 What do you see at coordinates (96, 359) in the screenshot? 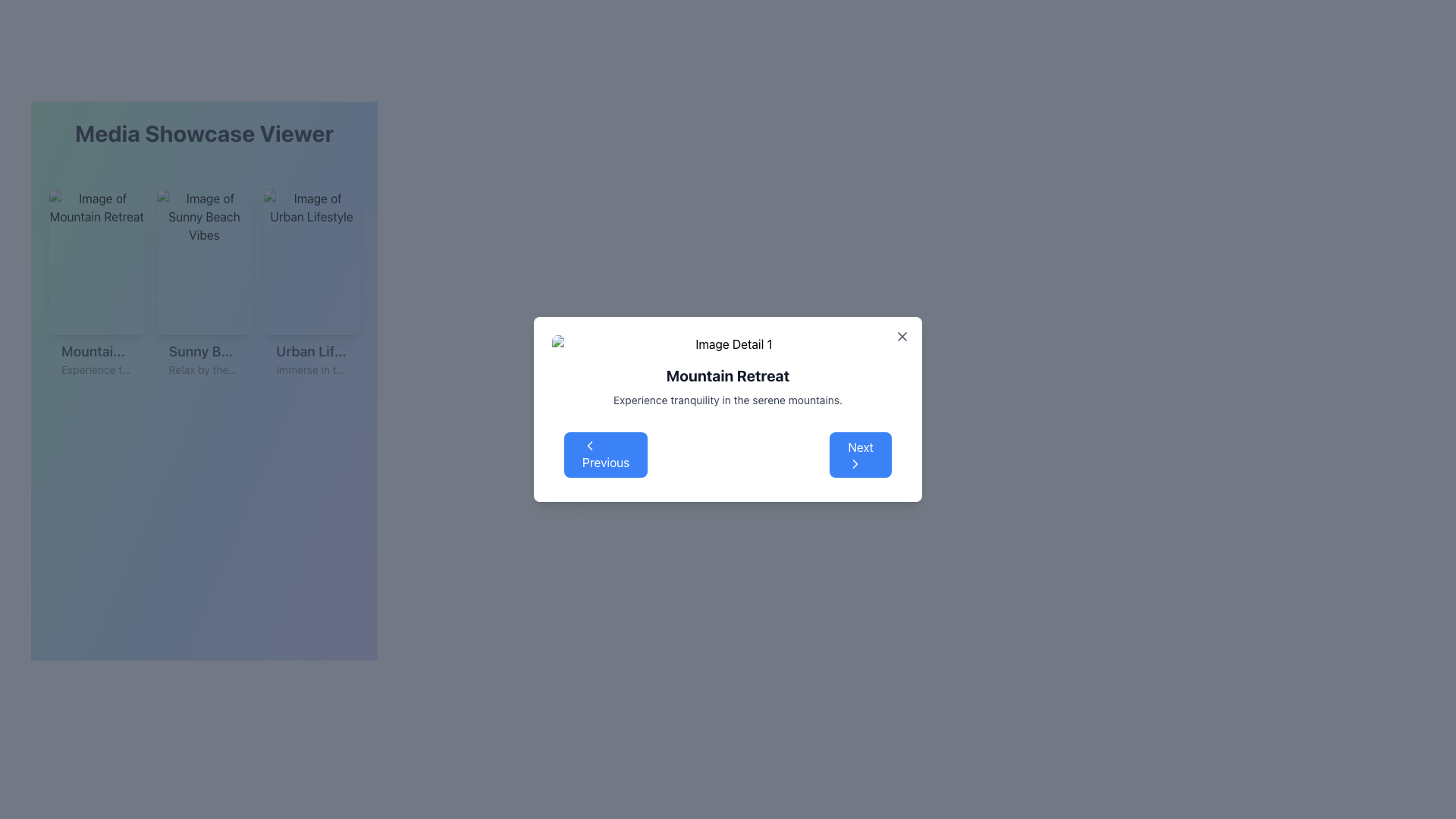
I see `the Text Field that presents the title and description for the 'Mountain Retreat' card, which is centrally aligned within the card layout below the related image` at bounding box center [96, 359].